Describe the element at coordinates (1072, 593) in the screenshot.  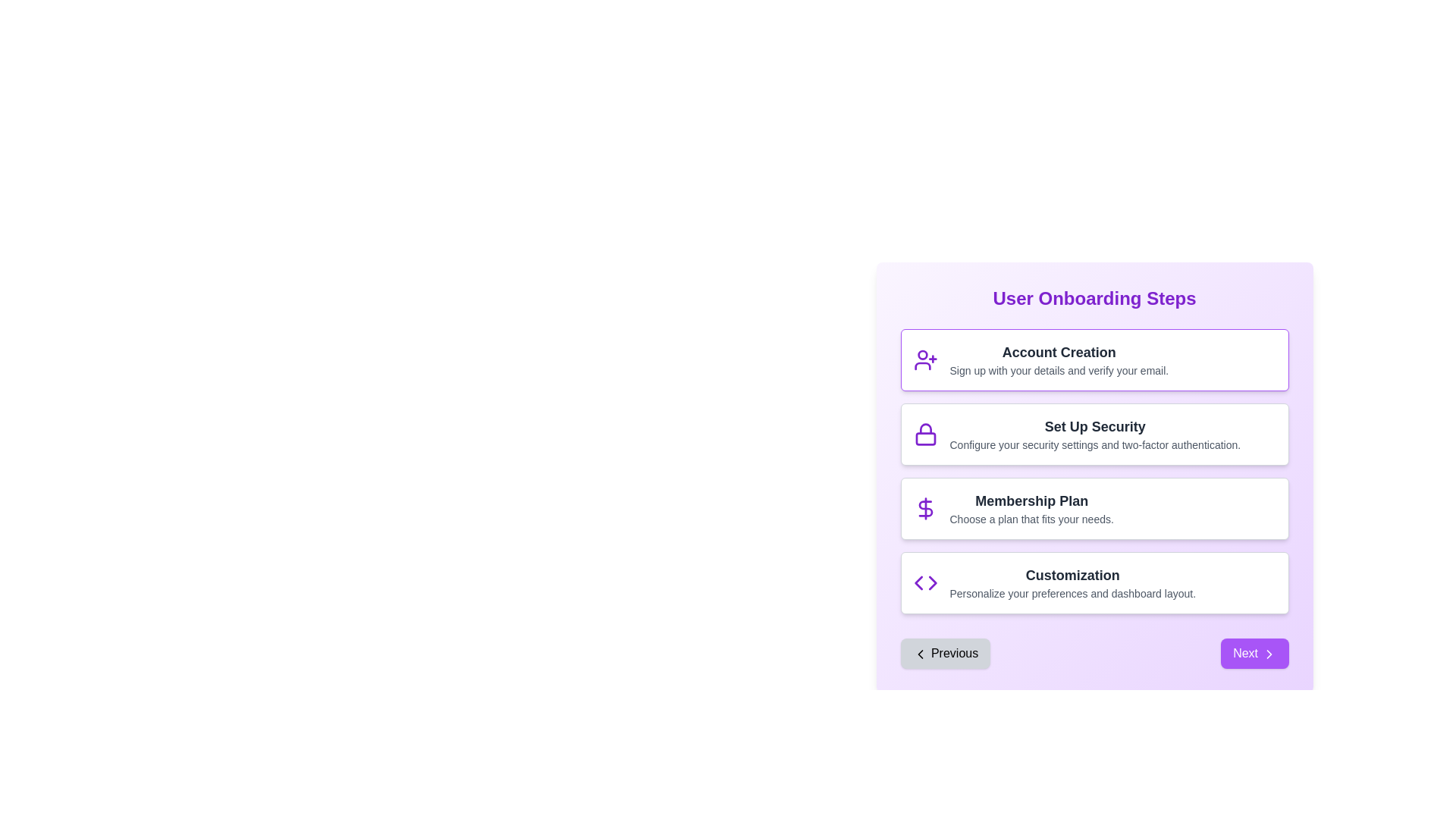
I see `descriptive text located beneath the title in the fourth onboarding step labeled 'Customization'` at that location.